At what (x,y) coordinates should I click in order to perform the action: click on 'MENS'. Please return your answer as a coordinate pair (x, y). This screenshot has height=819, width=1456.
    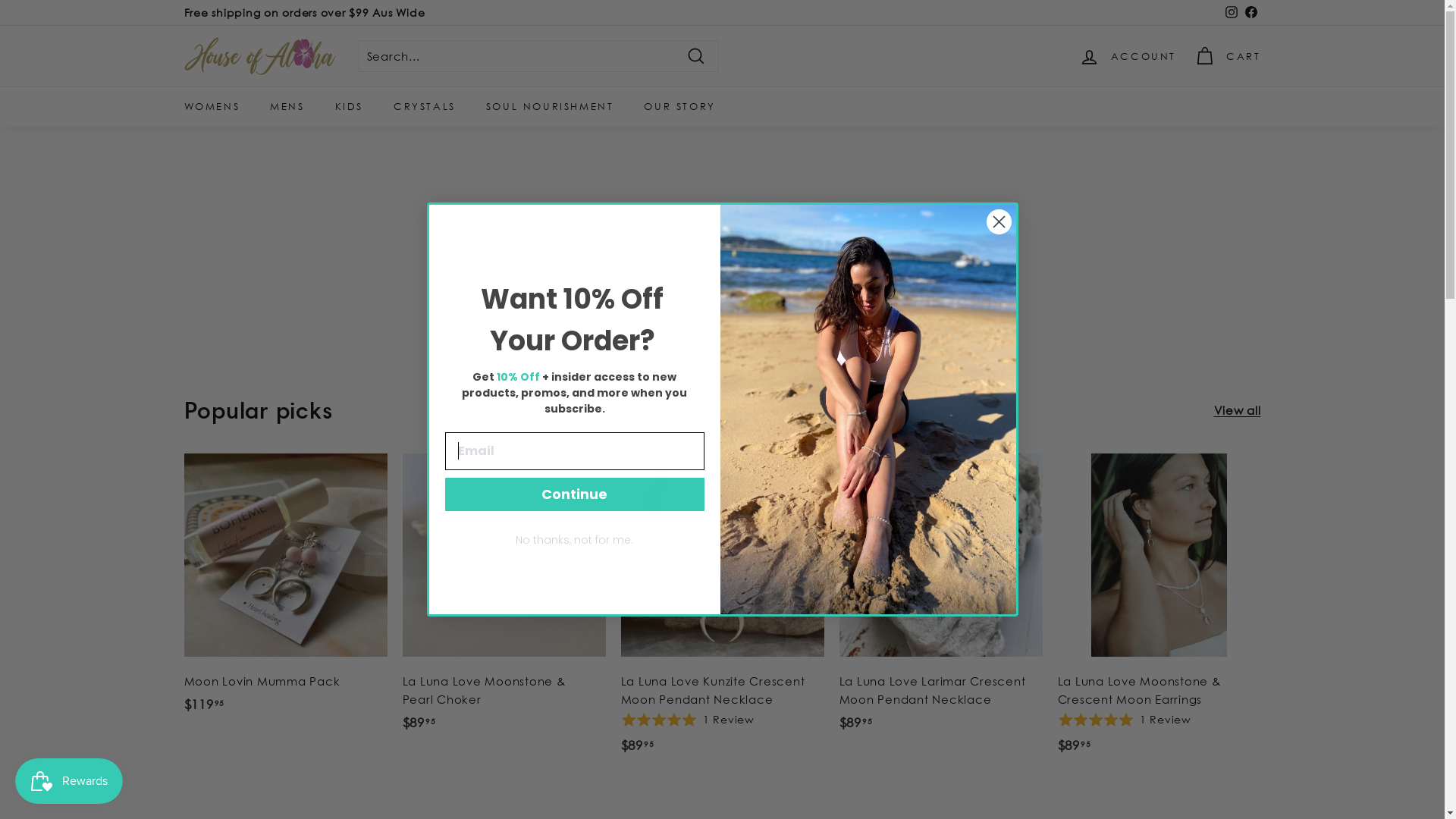
    Looking at the image, I should click on (287, 105).